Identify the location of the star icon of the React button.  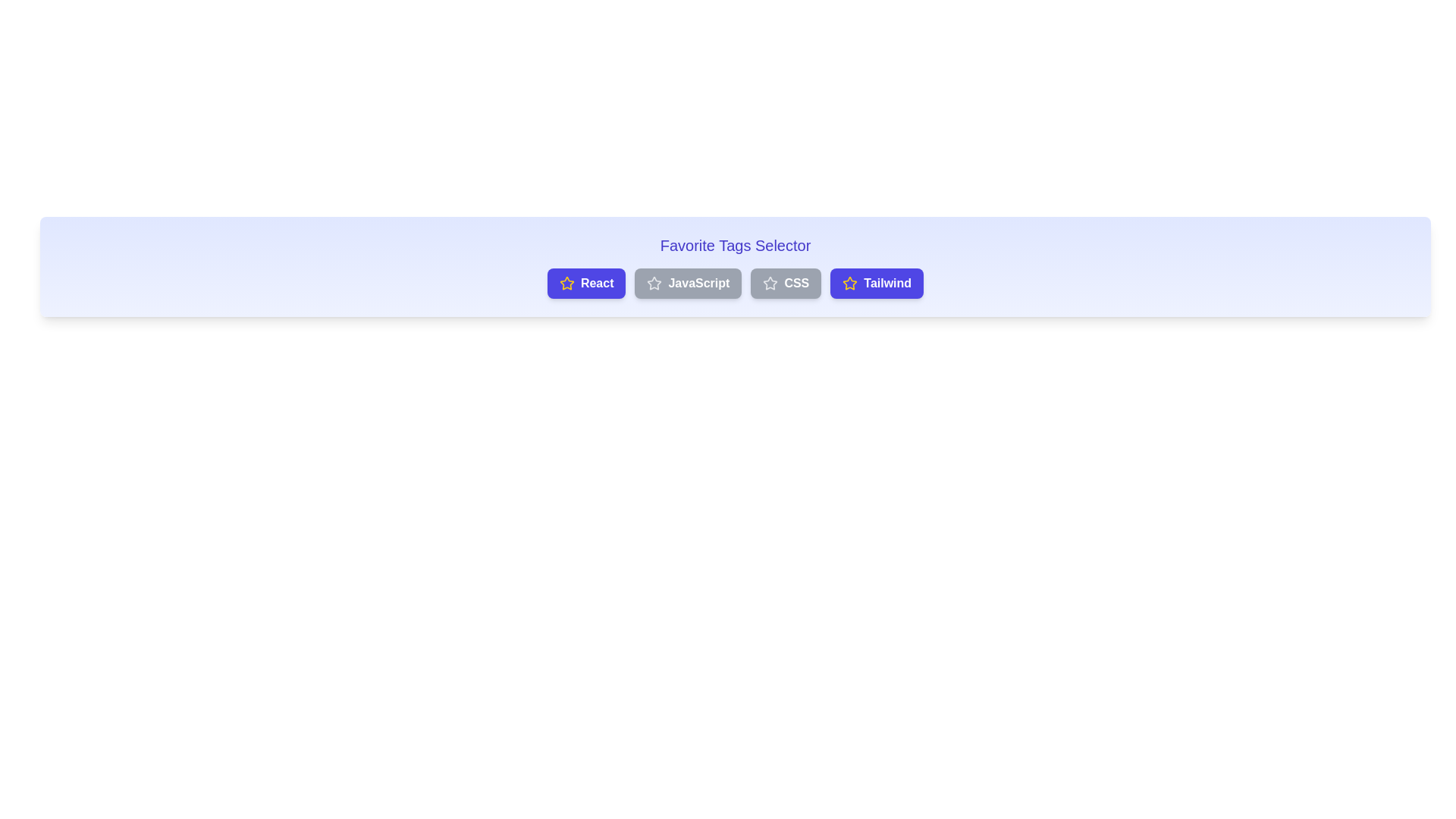
(566, 284).